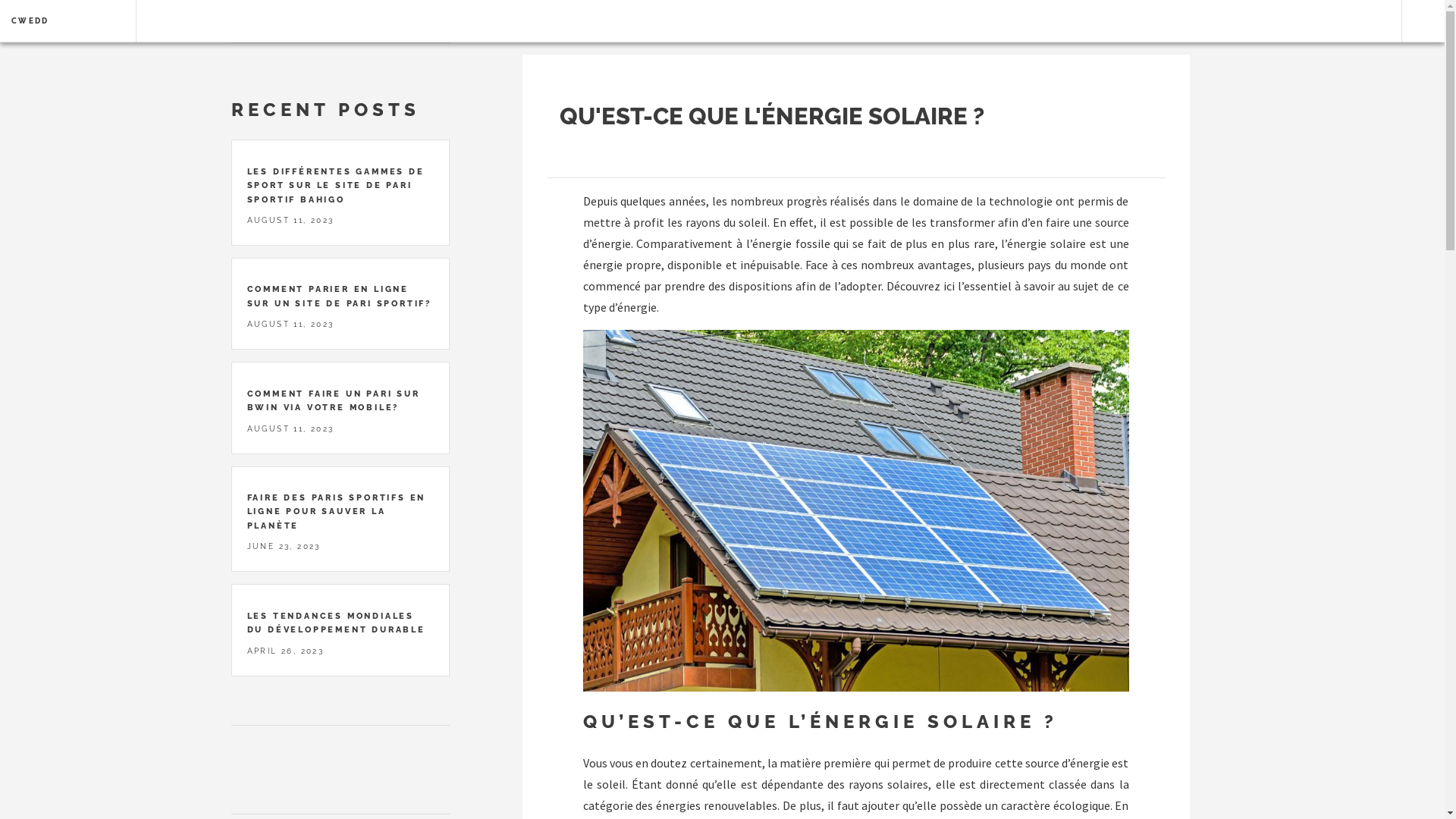  What do you see at coordinates (333, 400) in the screenshot?
I see `'COMMENT FAIRE UN PARI SUR BWIN VIA VOTRE MOBILE?'` at bounding box center [333, 400].